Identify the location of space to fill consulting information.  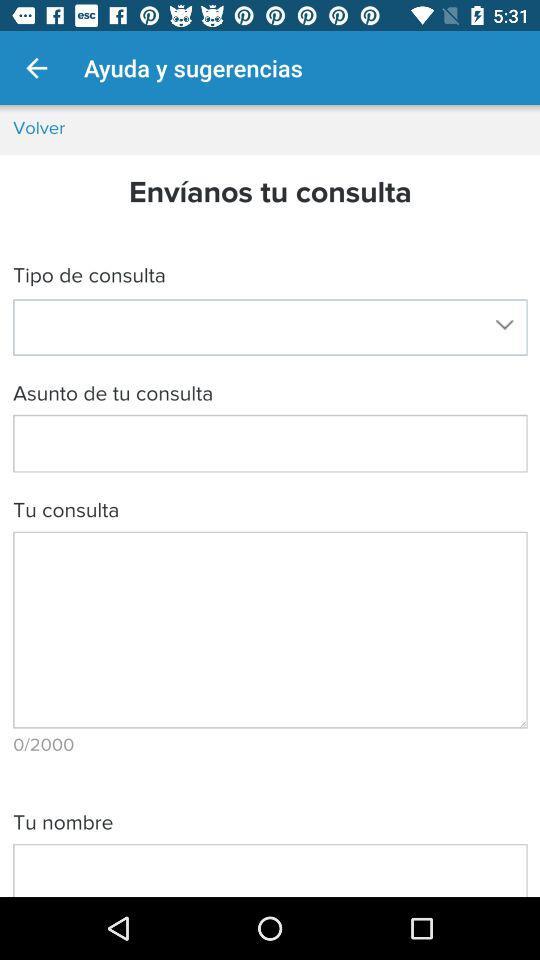
(270, 500).